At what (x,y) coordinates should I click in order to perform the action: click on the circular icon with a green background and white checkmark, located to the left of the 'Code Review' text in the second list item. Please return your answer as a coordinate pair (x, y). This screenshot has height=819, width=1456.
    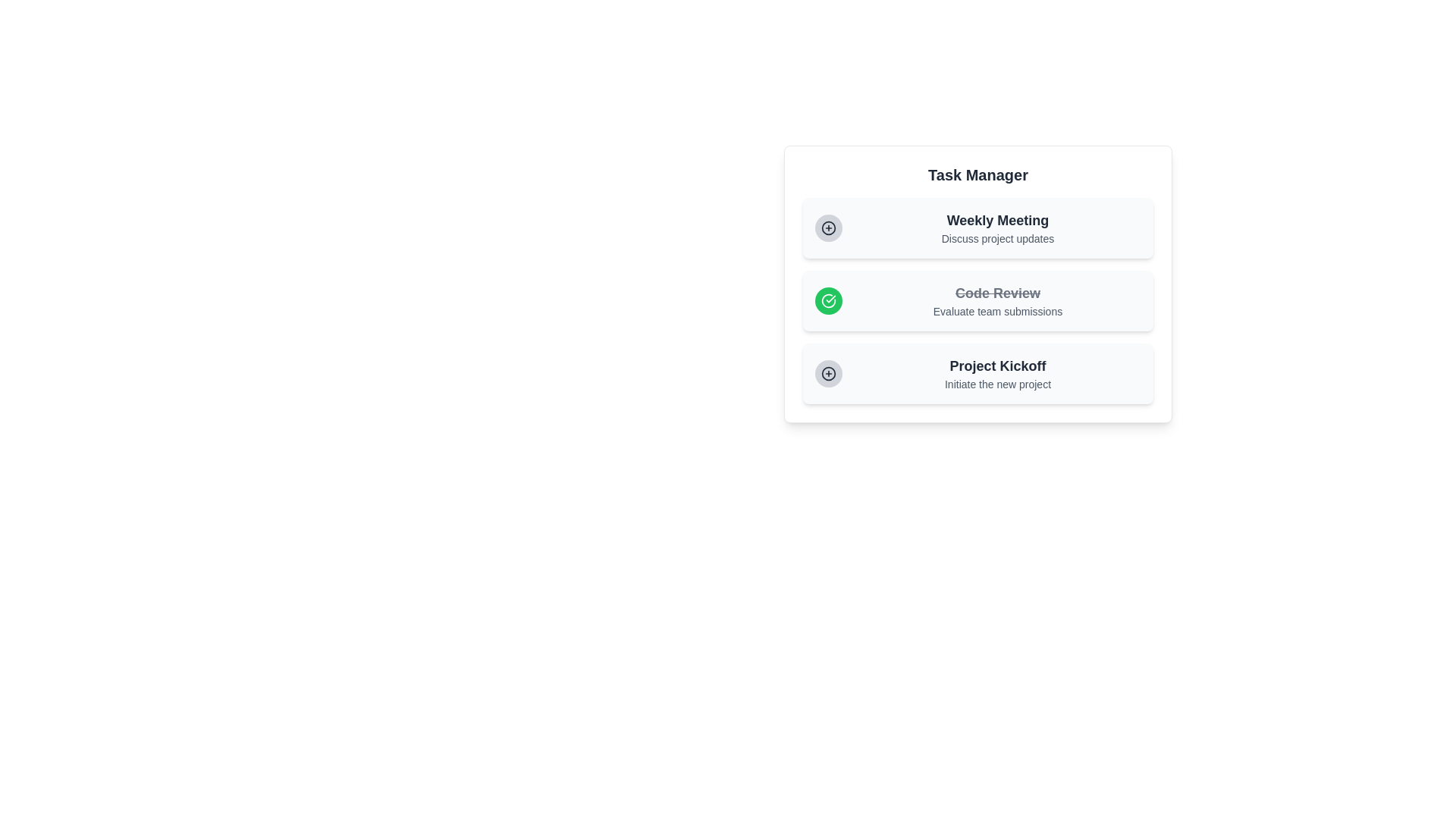
    Looking at the image, I should click on (828, 301).